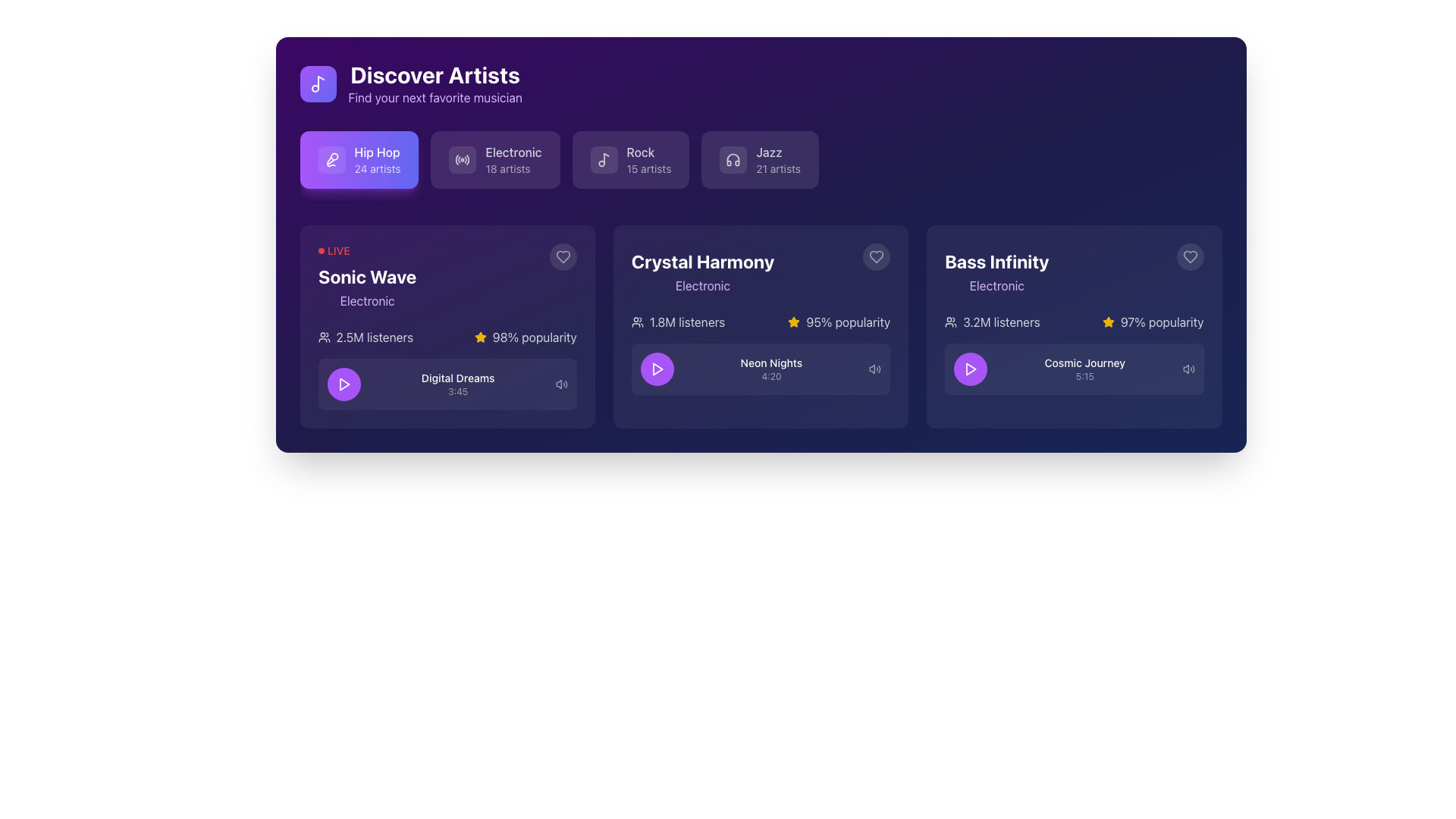  Describe the element at coordinates (971, 369) in the screenshot. I see `the play icon located at the bottom-left corner of the 'Bass Infinity' card to initiate playback of the associated content` at that location.